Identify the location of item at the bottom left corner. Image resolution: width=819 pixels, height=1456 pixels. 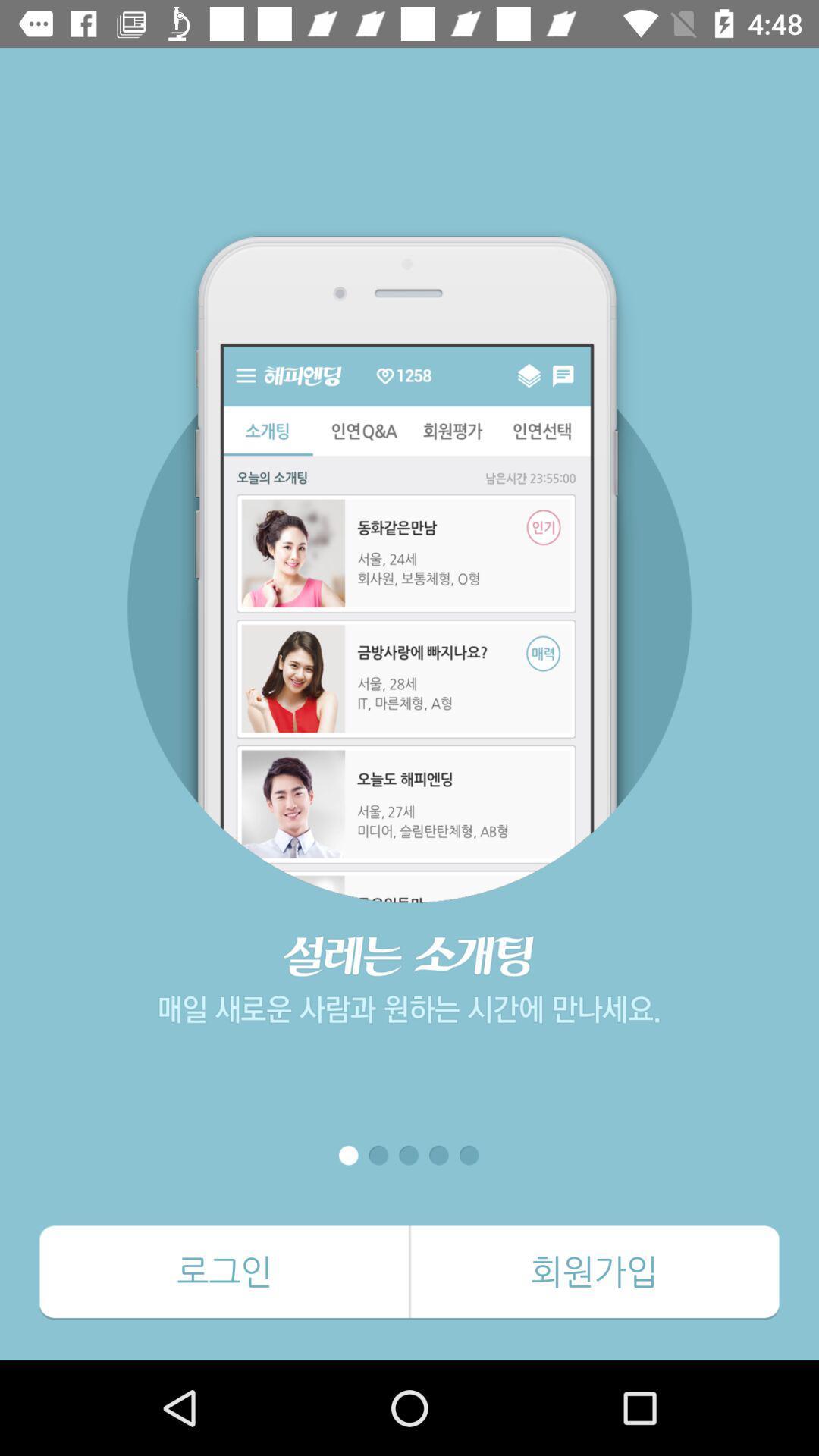
(224, 1272).